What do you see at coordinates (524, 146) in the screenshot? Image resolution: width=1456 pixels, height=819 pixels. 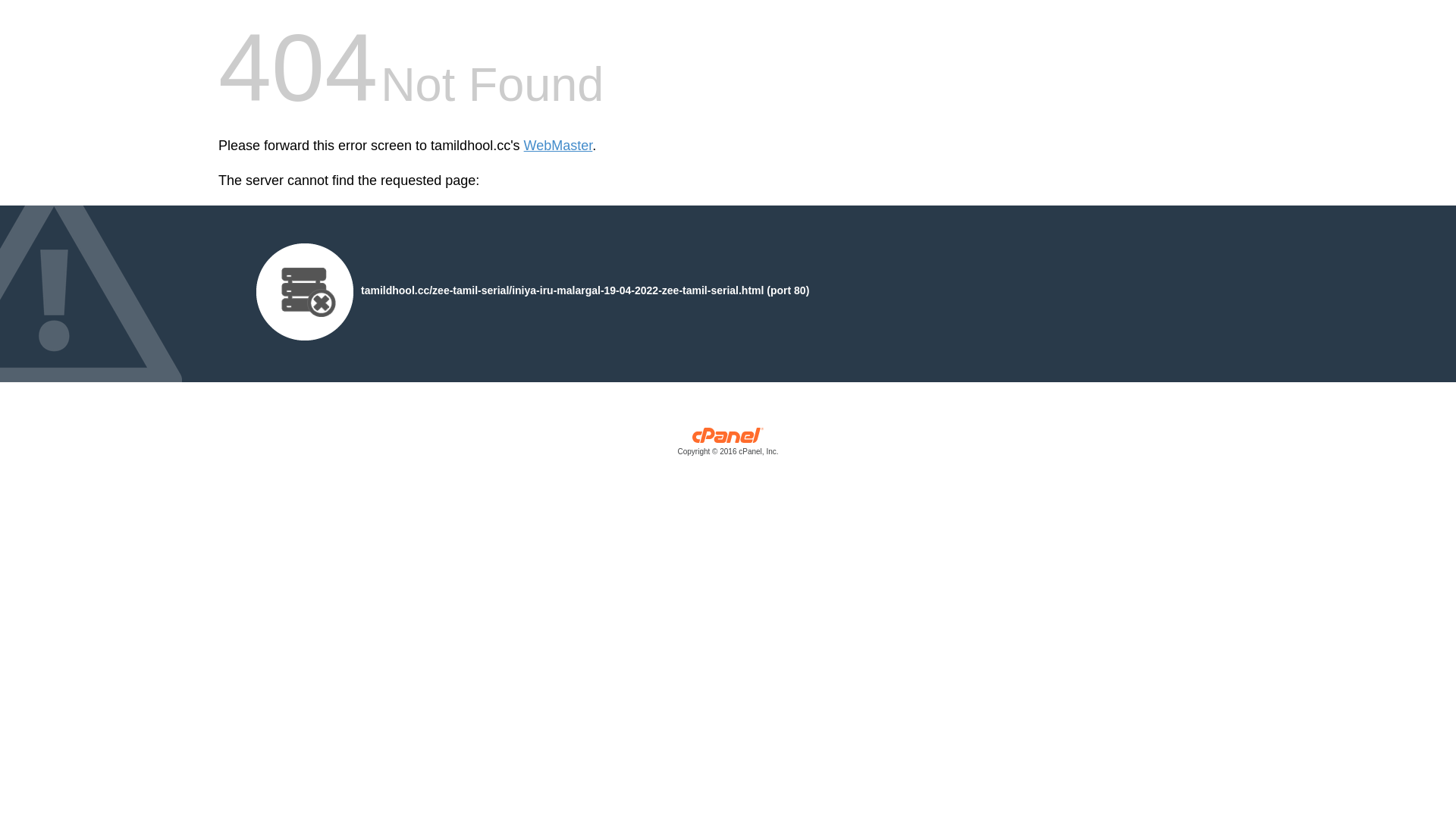 I see `'WebMaster'` at bounding box center [524, 146].